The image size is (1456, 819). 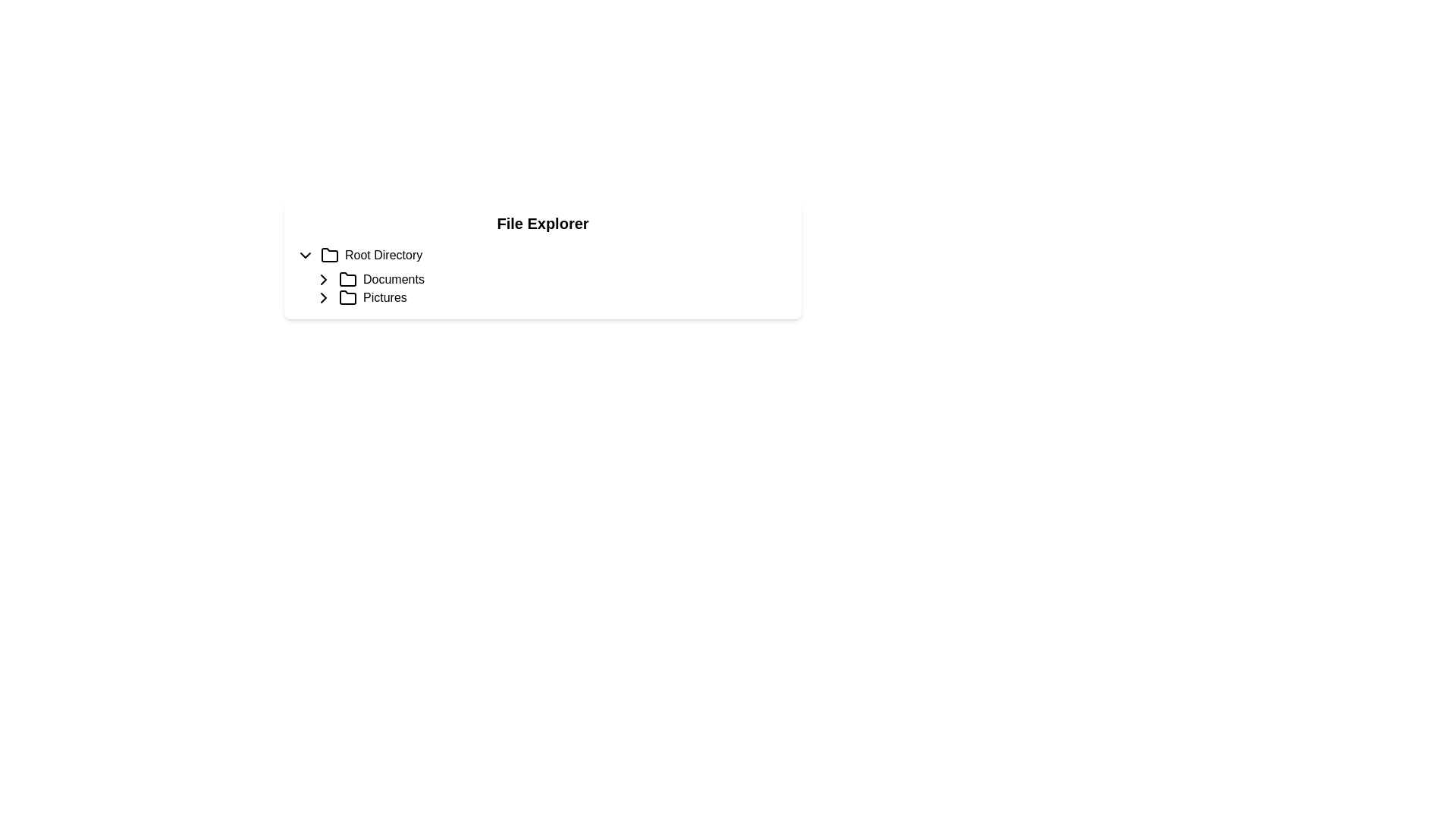 What do you see at coordinates (347, 298) in the screenshot?
I see `the 'Pictures' directory icon located to the left of the 'Pictures' label in the file explorer UI to interact with the associated directory` at bounding box center [347, 298].